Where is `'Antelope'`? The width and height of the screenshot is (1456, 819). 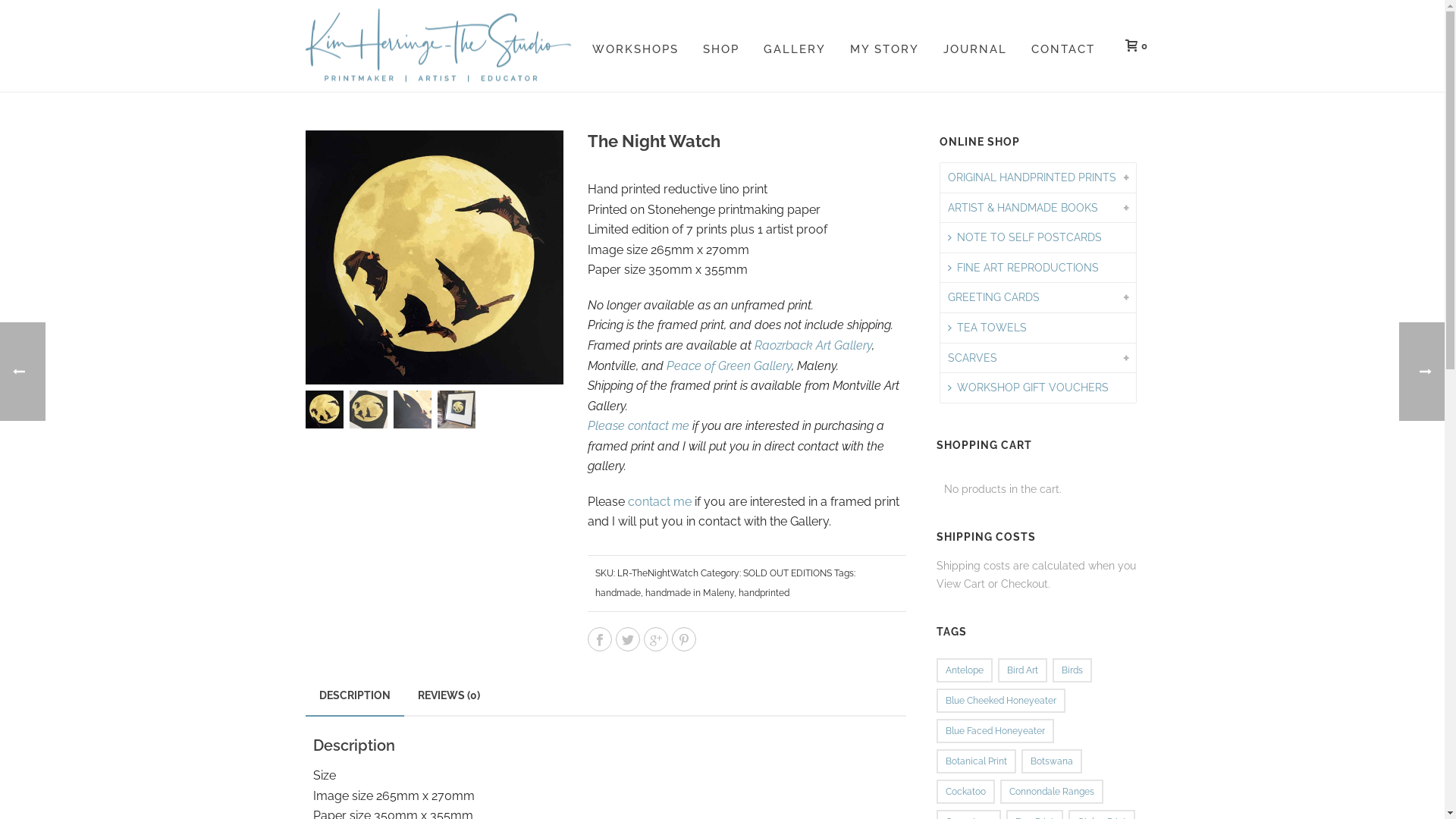
'Antelope' is located at coordinates (935, 669).